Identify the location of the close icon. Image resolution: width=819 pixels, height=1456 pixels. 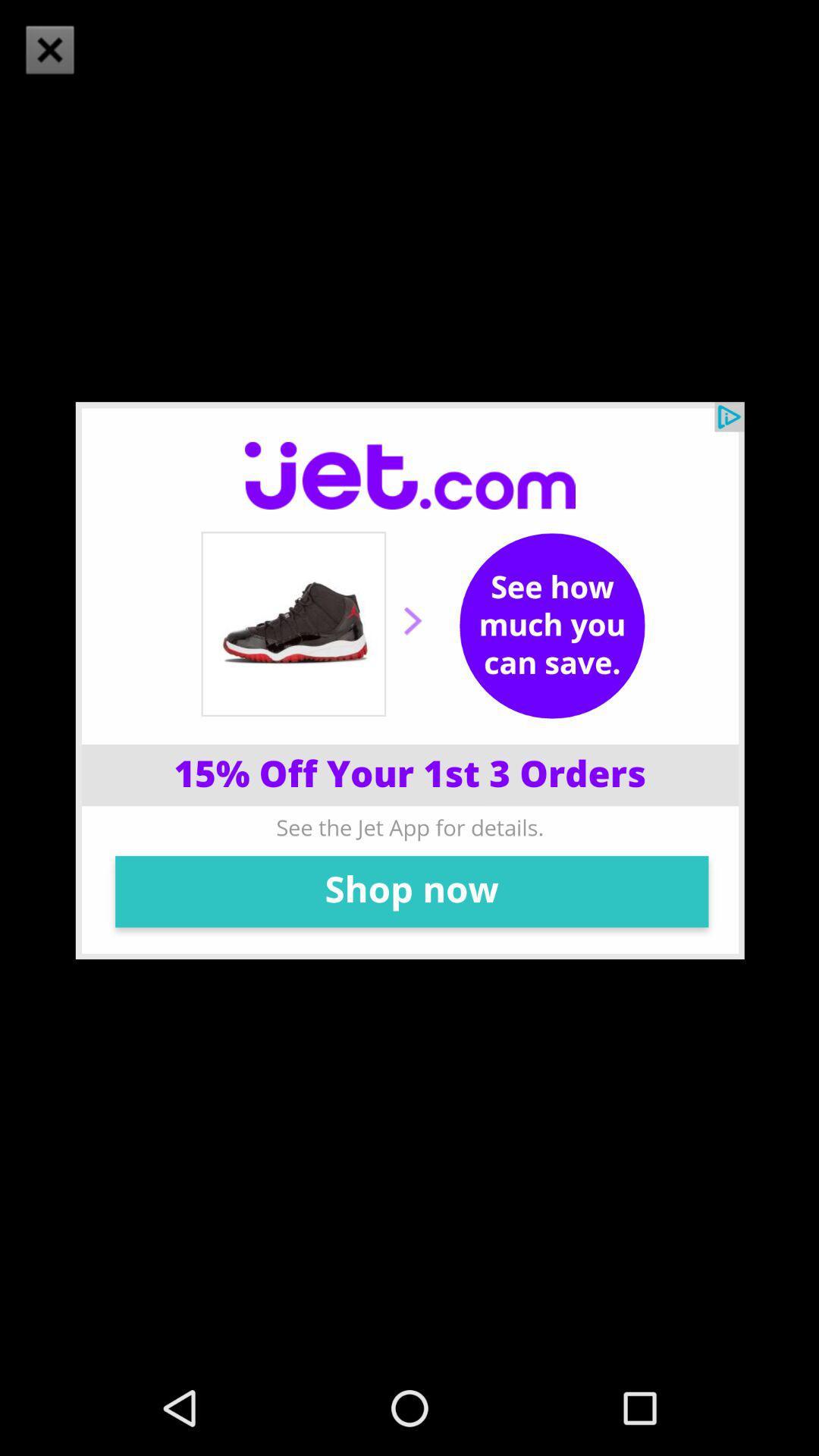
(49, 53).